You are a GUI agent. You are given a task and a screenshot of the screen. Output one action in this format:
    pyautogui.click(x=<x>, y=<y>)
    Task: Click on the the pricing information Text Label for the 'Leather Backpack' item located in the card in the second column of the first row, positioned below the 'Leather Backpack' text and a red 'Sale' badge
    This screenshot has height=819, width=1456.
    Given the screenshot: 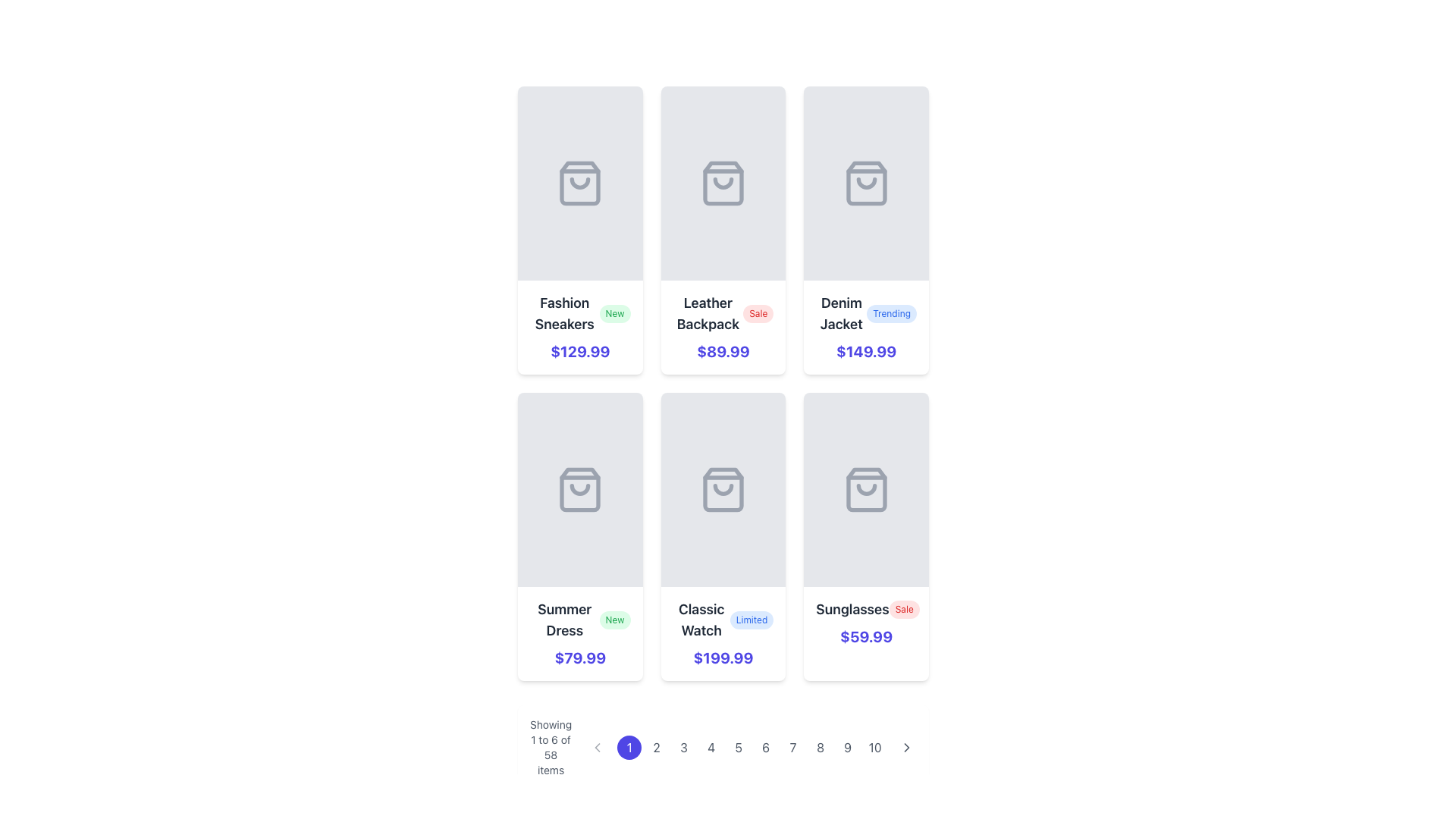 What is the action you would take?
    pyautogui.click(x=723, y=351)
    